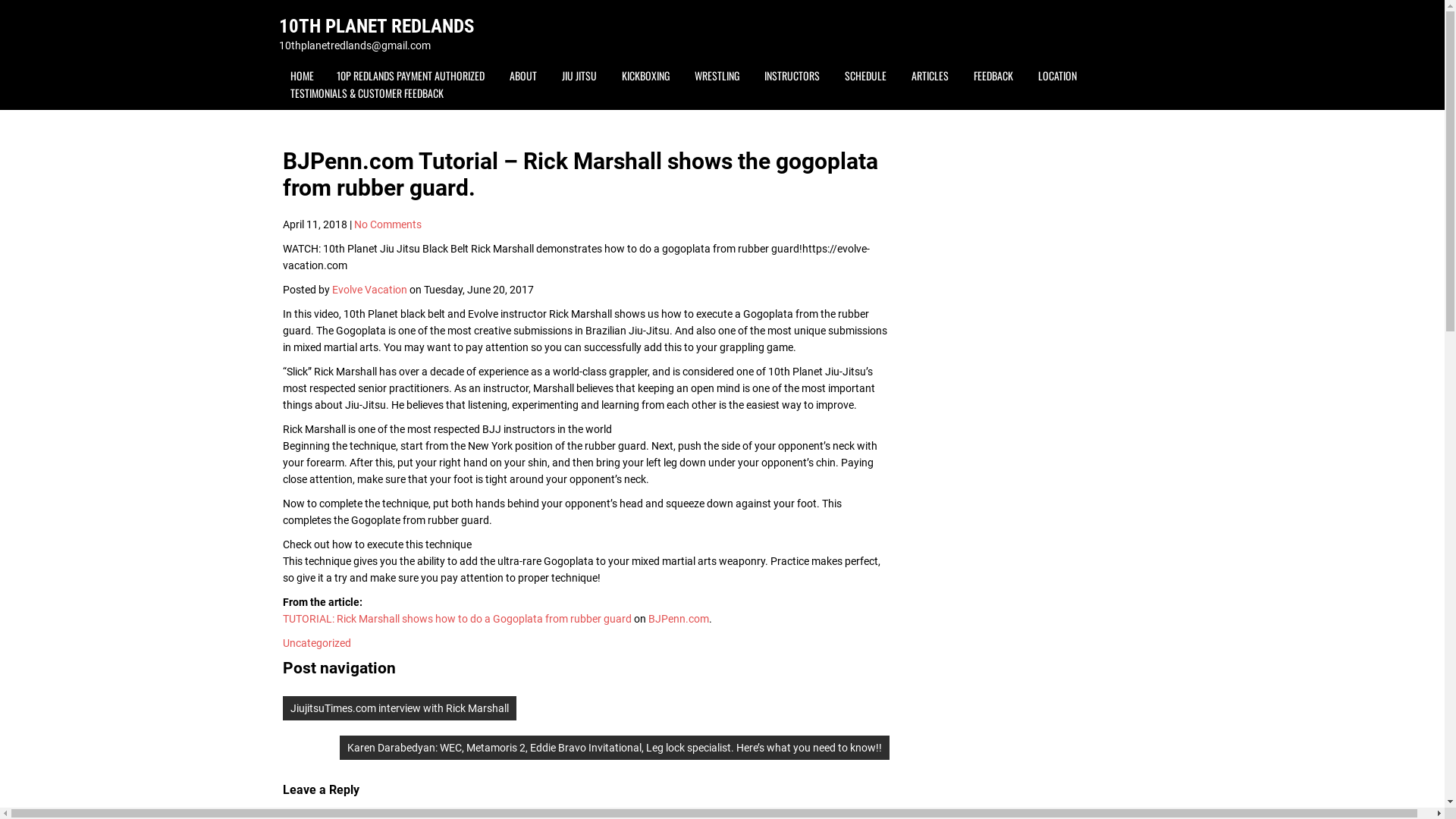 This screenshot has height=819, width=1456. I want to click on '10TH PLANET REDLANDS', so click(376, 26).